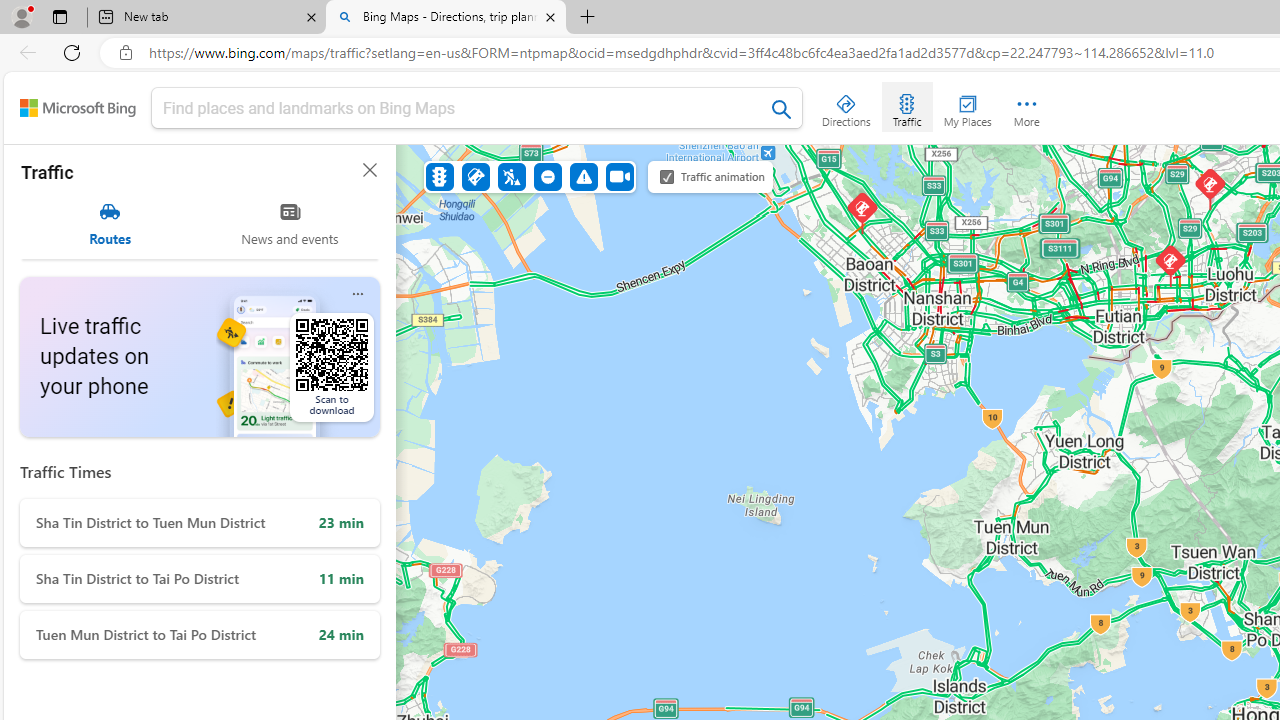 The image size is (1280, 720). I want to click on 'Directions', so click(846, 106).